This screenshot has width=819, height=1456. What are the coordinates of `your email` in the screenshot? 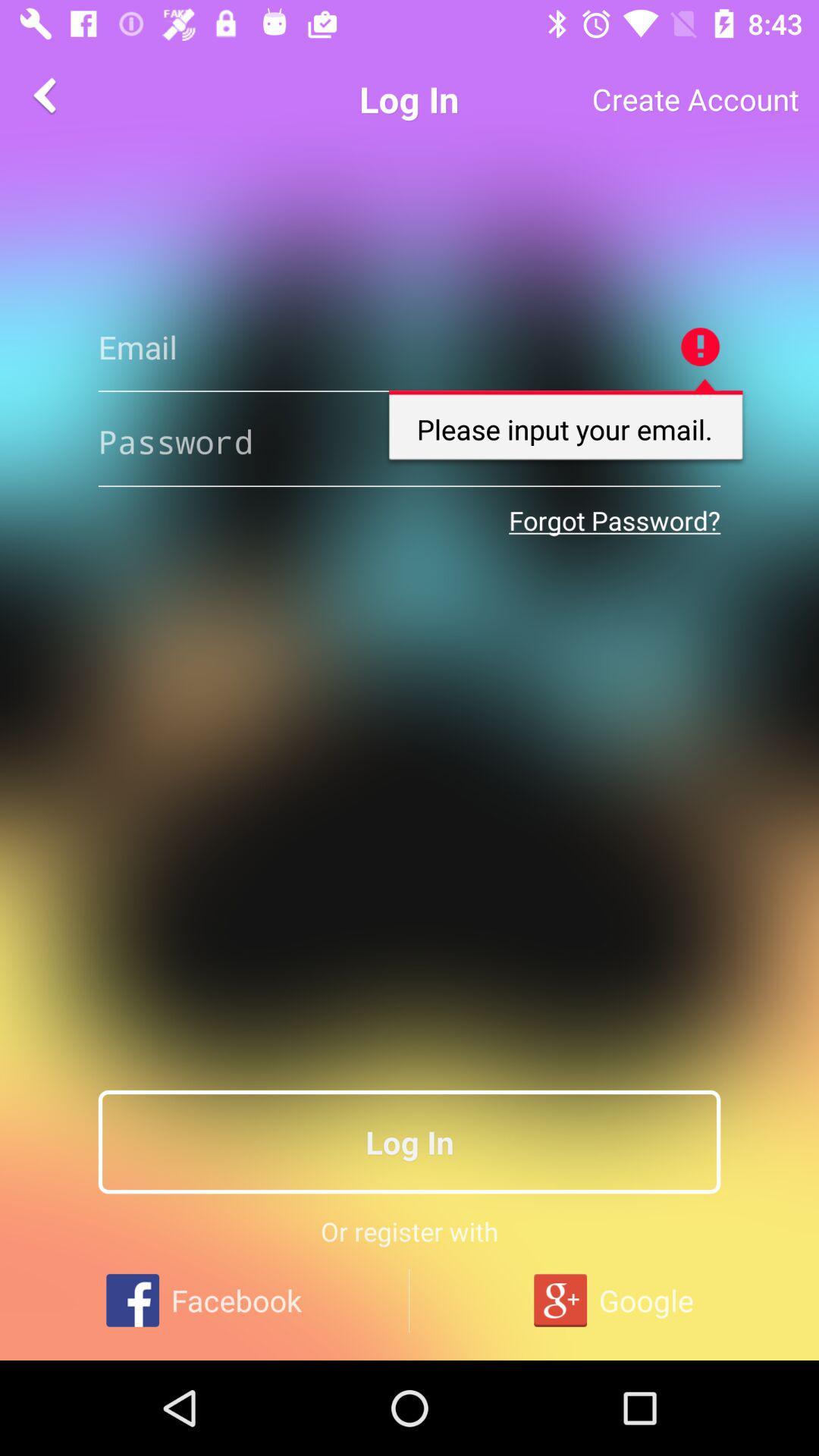 It's located at (409, 441).